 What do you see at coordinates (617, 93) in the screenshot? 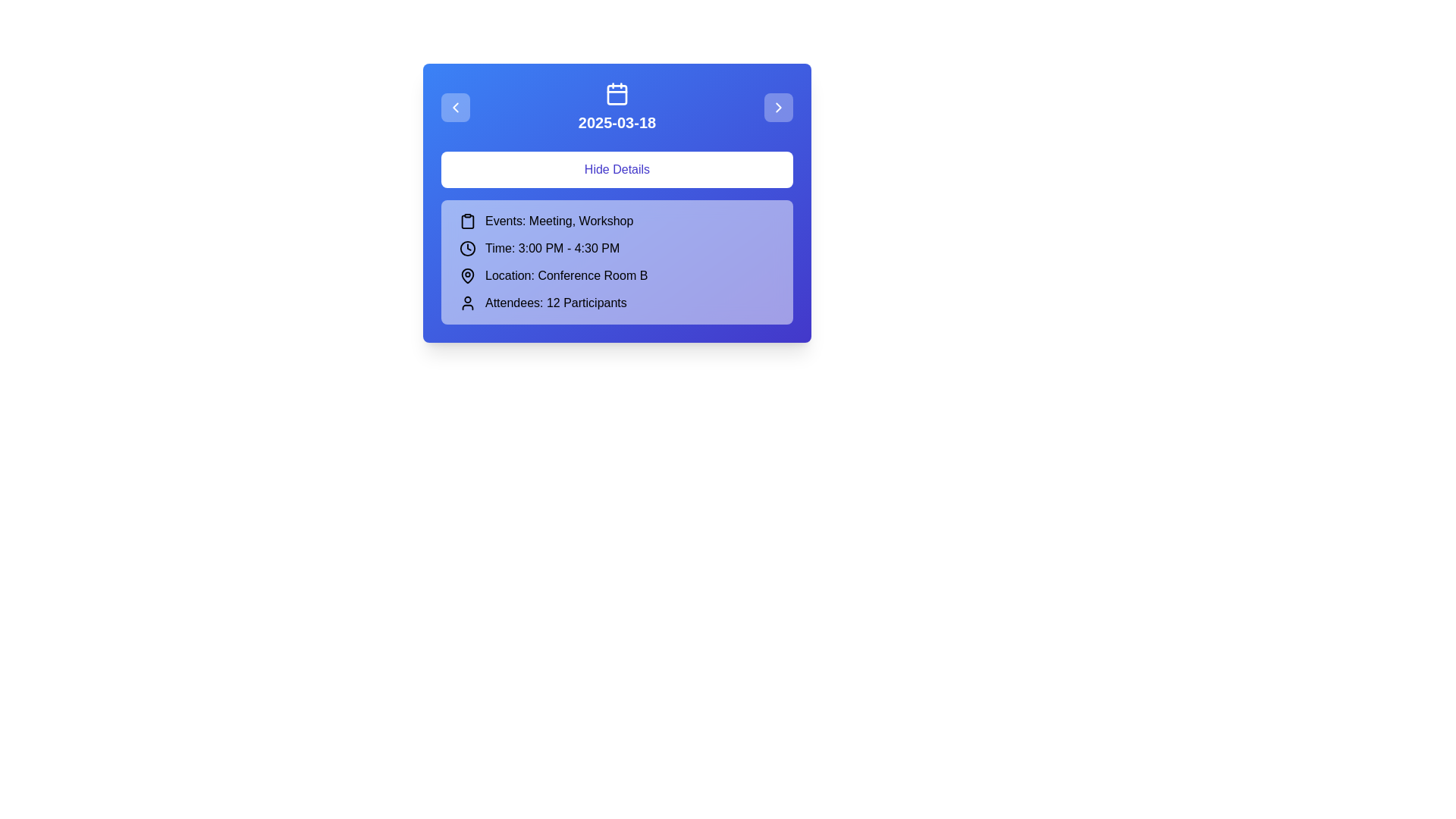
I see `the calendar icon located in the blue header section, positioned above the date text '2025-03-18'` at bounding box center [617, 93].